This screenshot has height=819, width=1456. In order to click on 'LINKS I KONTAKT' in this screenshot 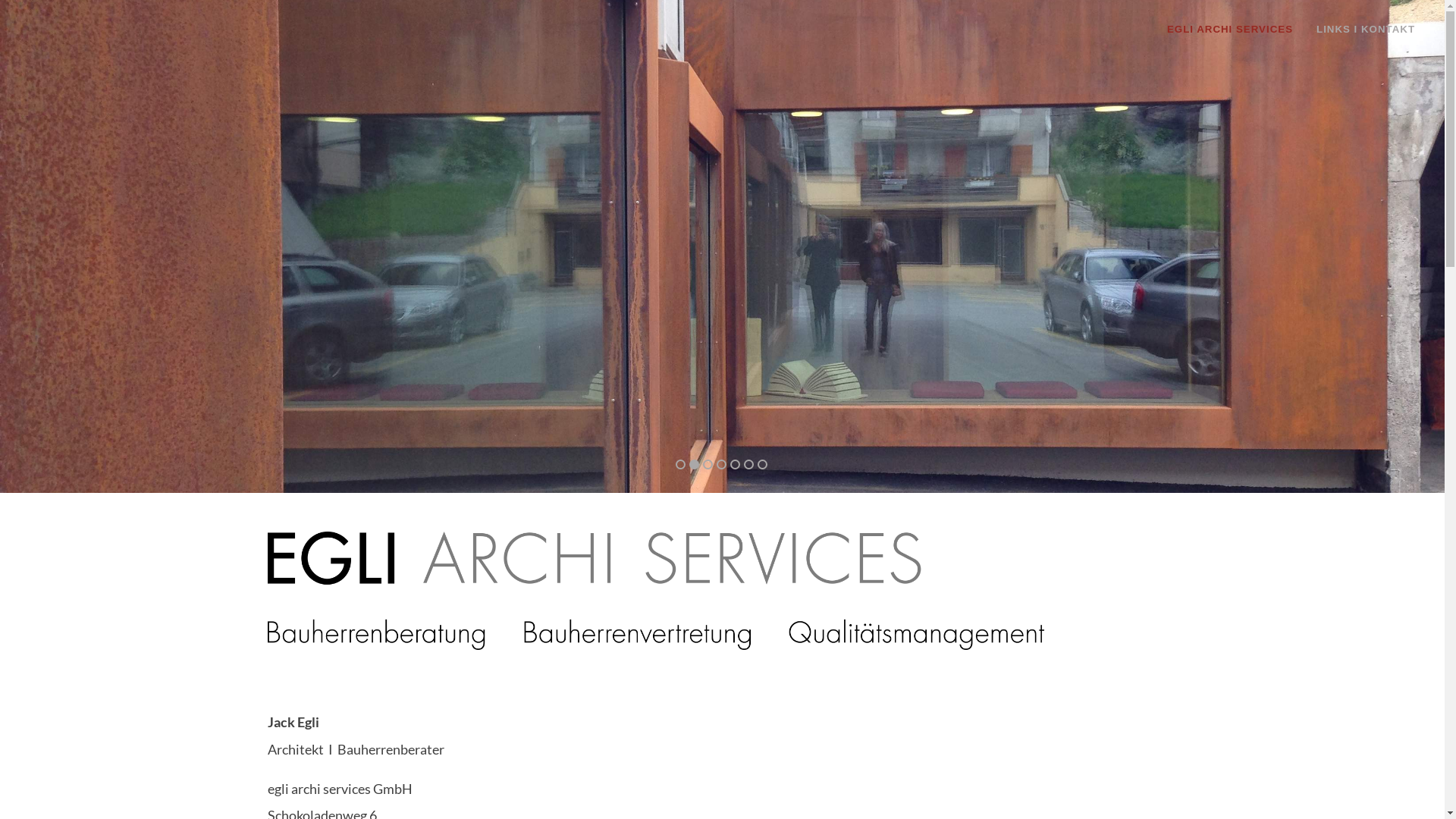, I will do `click(1305, 29)`.